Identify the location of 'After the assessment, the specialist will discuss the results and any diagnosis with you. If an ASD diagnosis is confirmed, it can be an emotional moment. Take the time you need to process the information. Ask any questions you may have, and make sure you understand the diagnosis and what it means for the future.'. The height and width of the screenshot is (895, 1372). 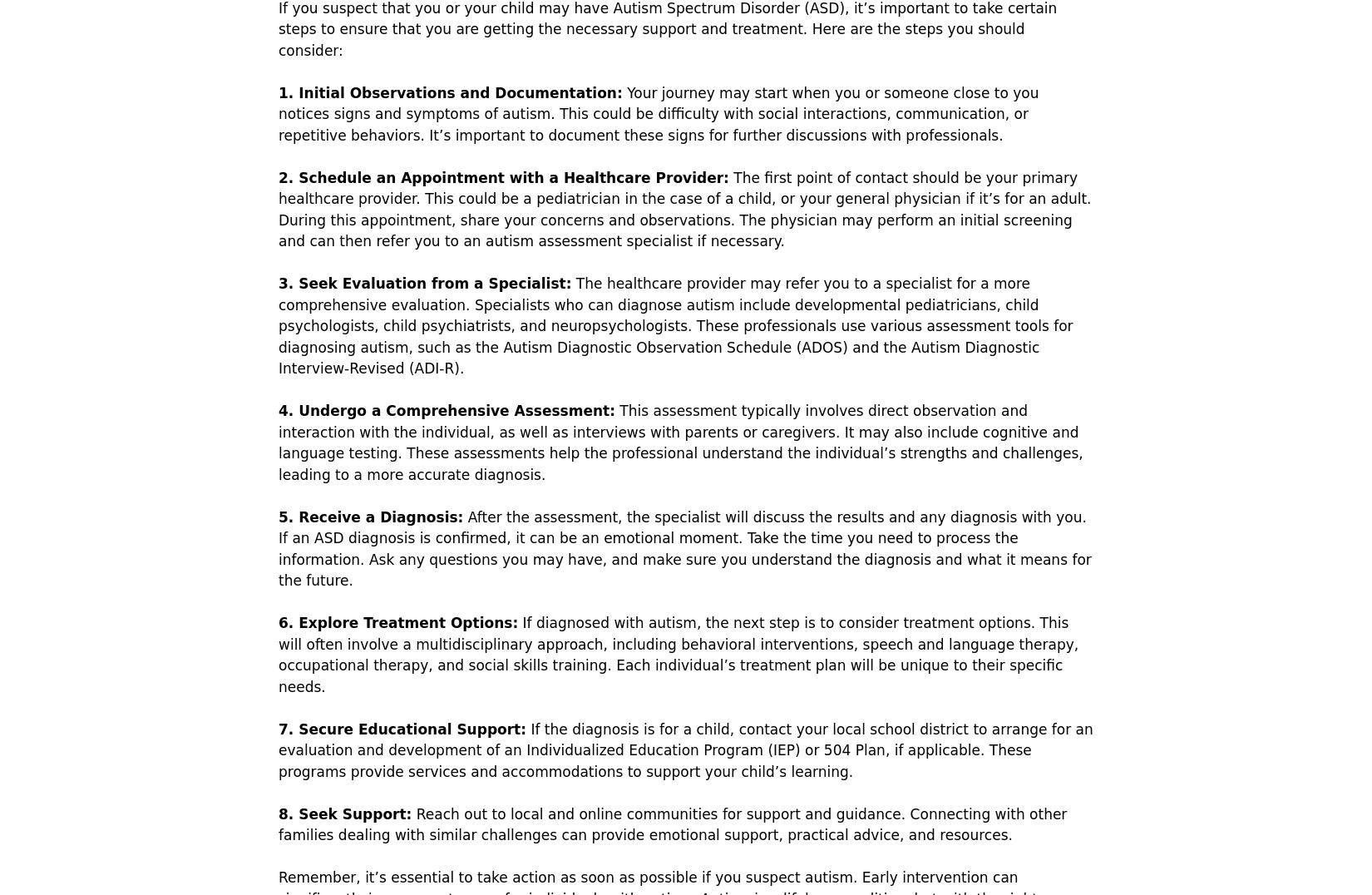
(684, 547).